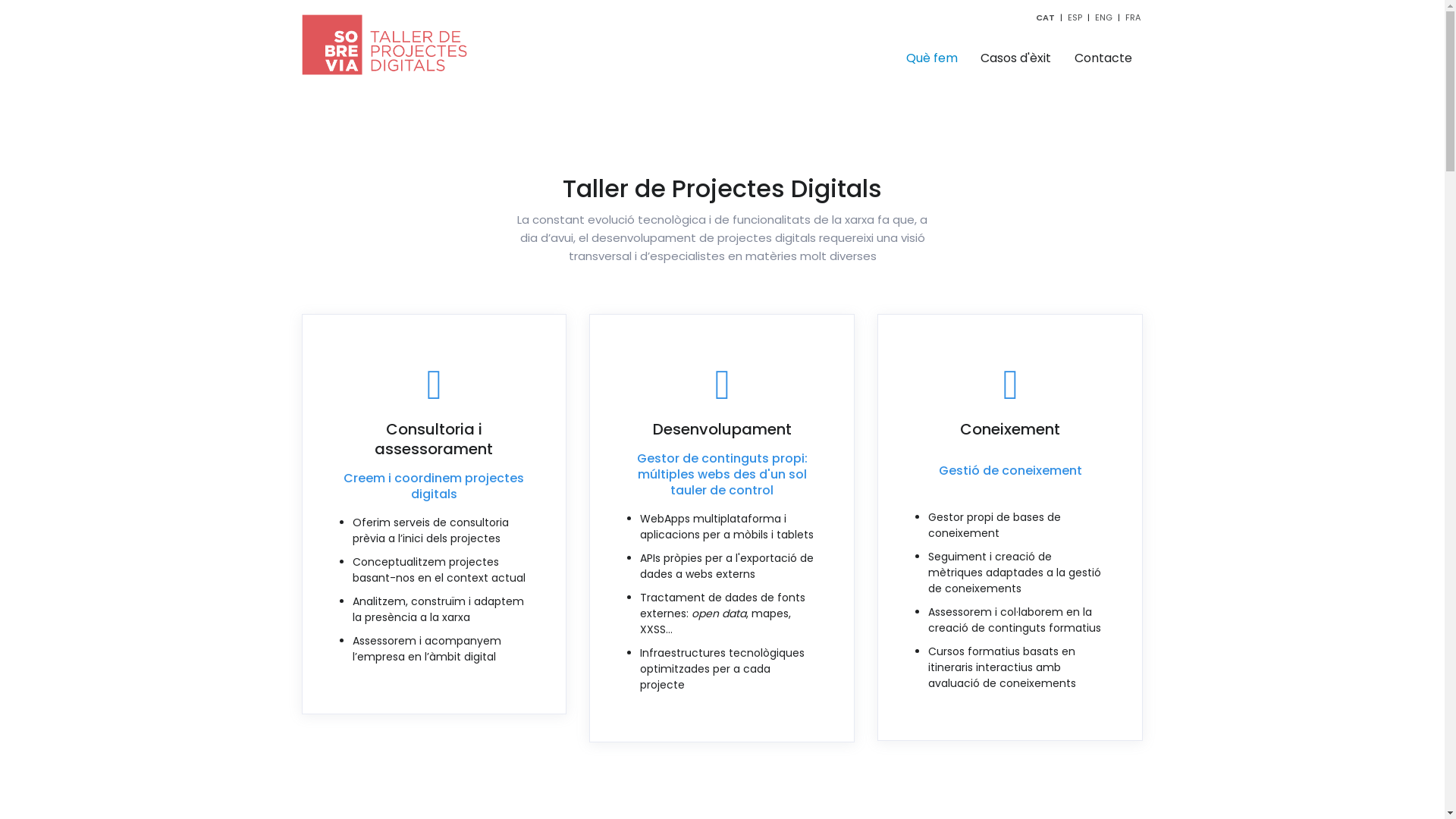 The width and height of the screenshot is (1456, 819). What do you see at coordinates (1132, 17) in the screenshot?
I see `'FRA'` at bounding box center [1132, 17].